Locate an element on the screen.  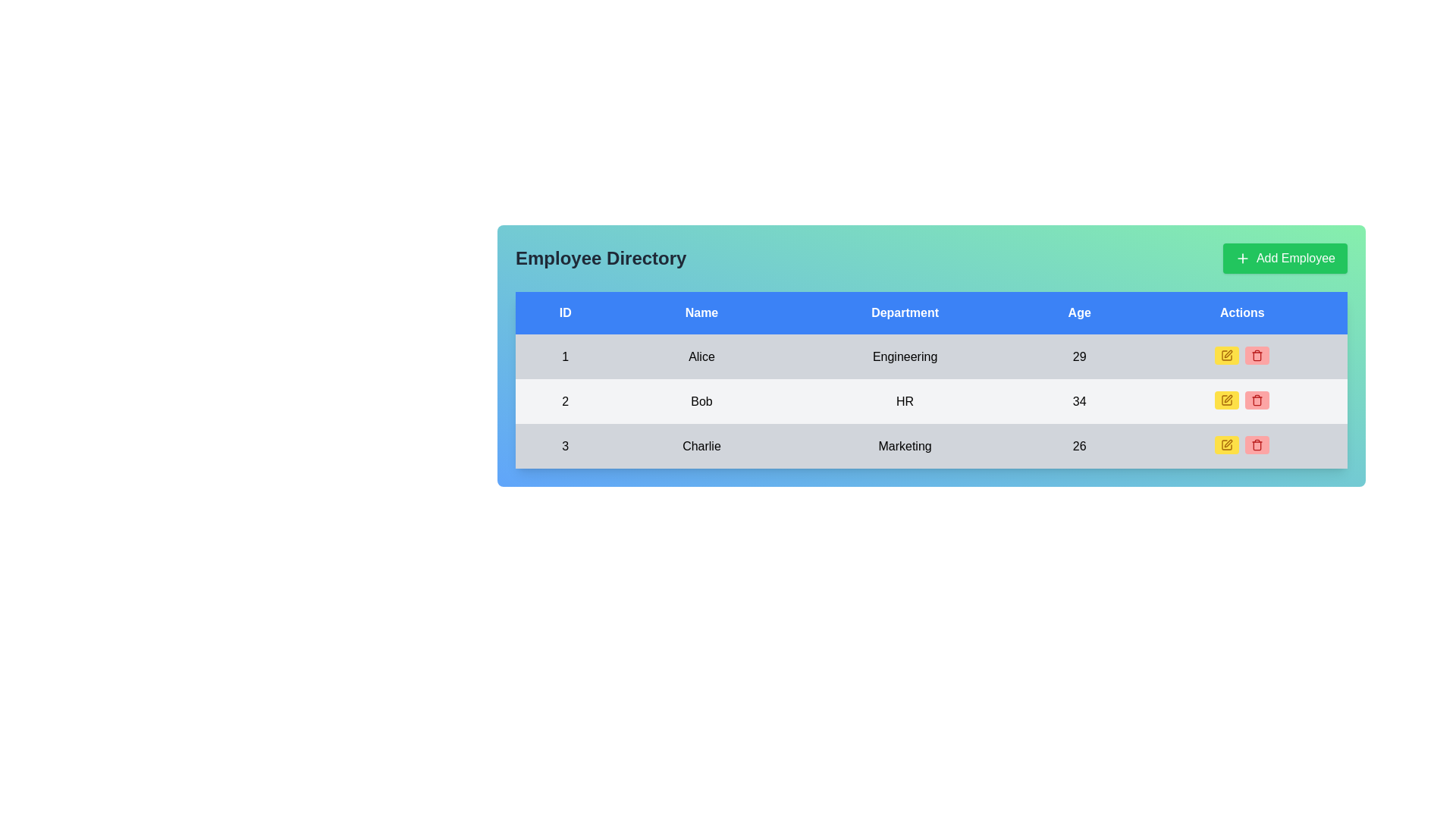
the last row in the employee details table that contains the information for employee 'Charlie', which includes columns for ID, Name, Department, Age, and Actions is located at coordinates (930, 445).